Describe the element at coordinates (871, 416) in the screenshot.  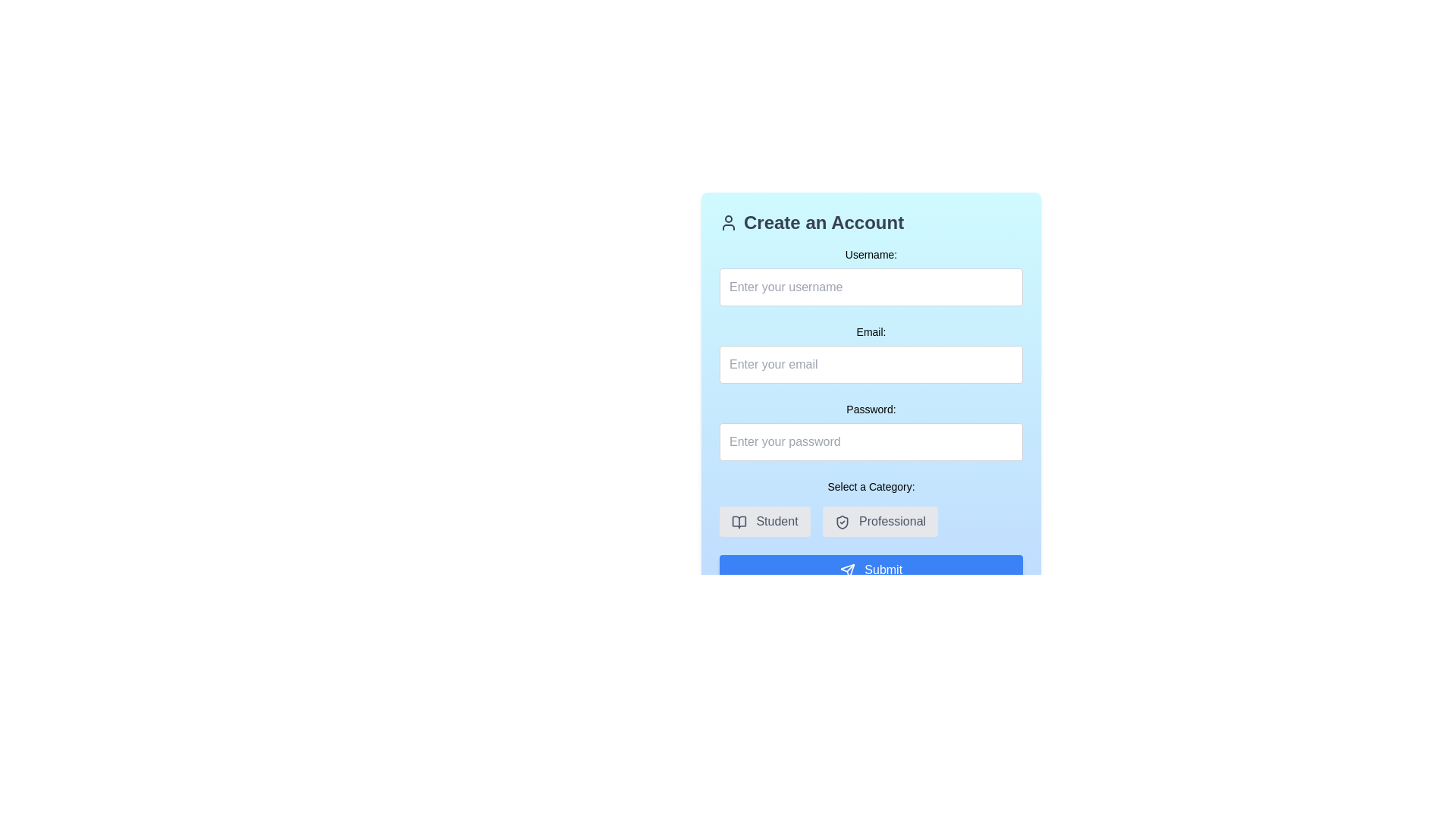
I see `the Password input box, which is a labeled field for entering a password located below the Email input field in the Create an Account section` at that location.